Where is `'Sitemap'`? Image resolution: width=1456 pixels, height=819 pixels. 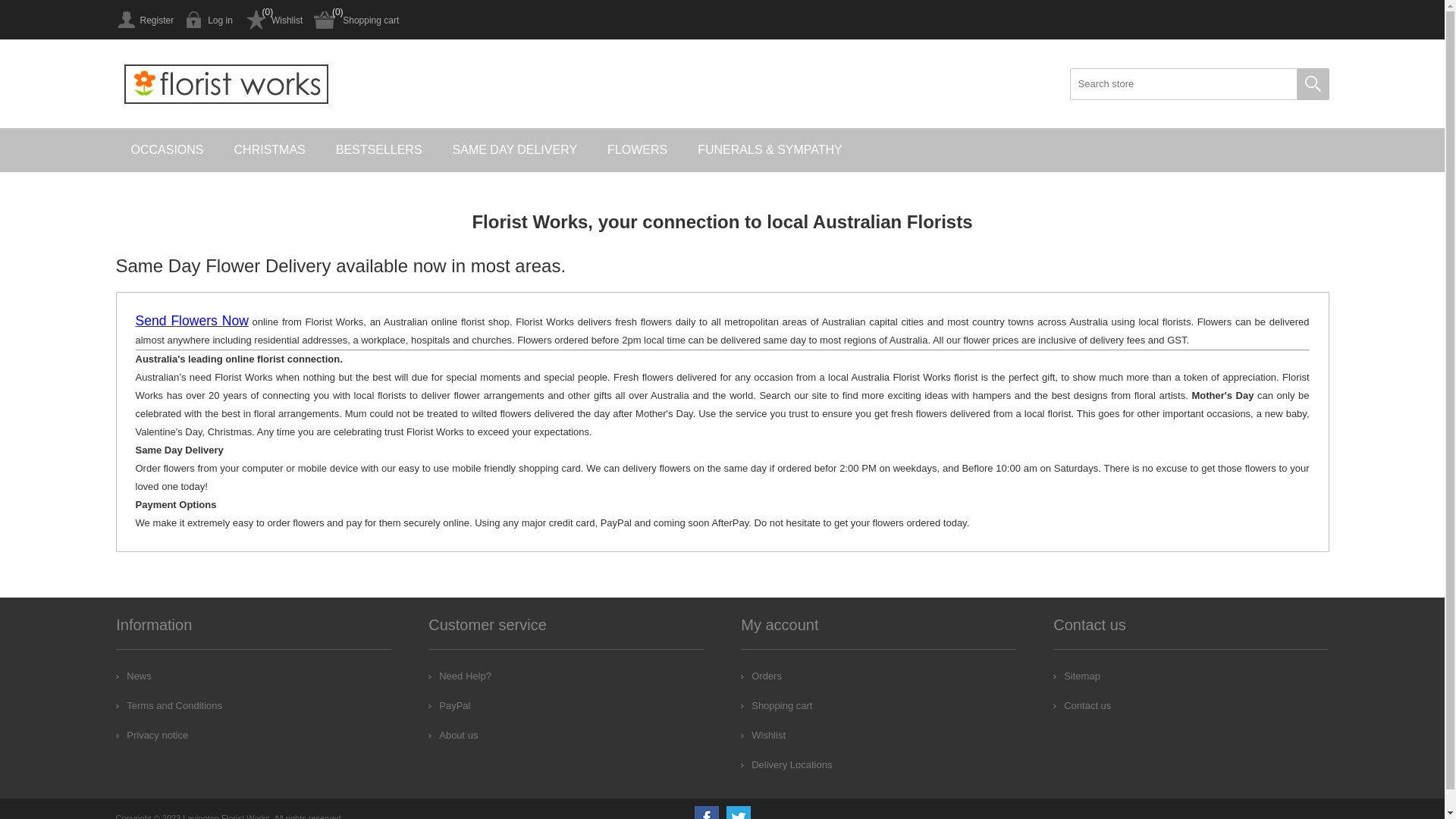 'Sitemap' is located at coordinates (1076, 675).